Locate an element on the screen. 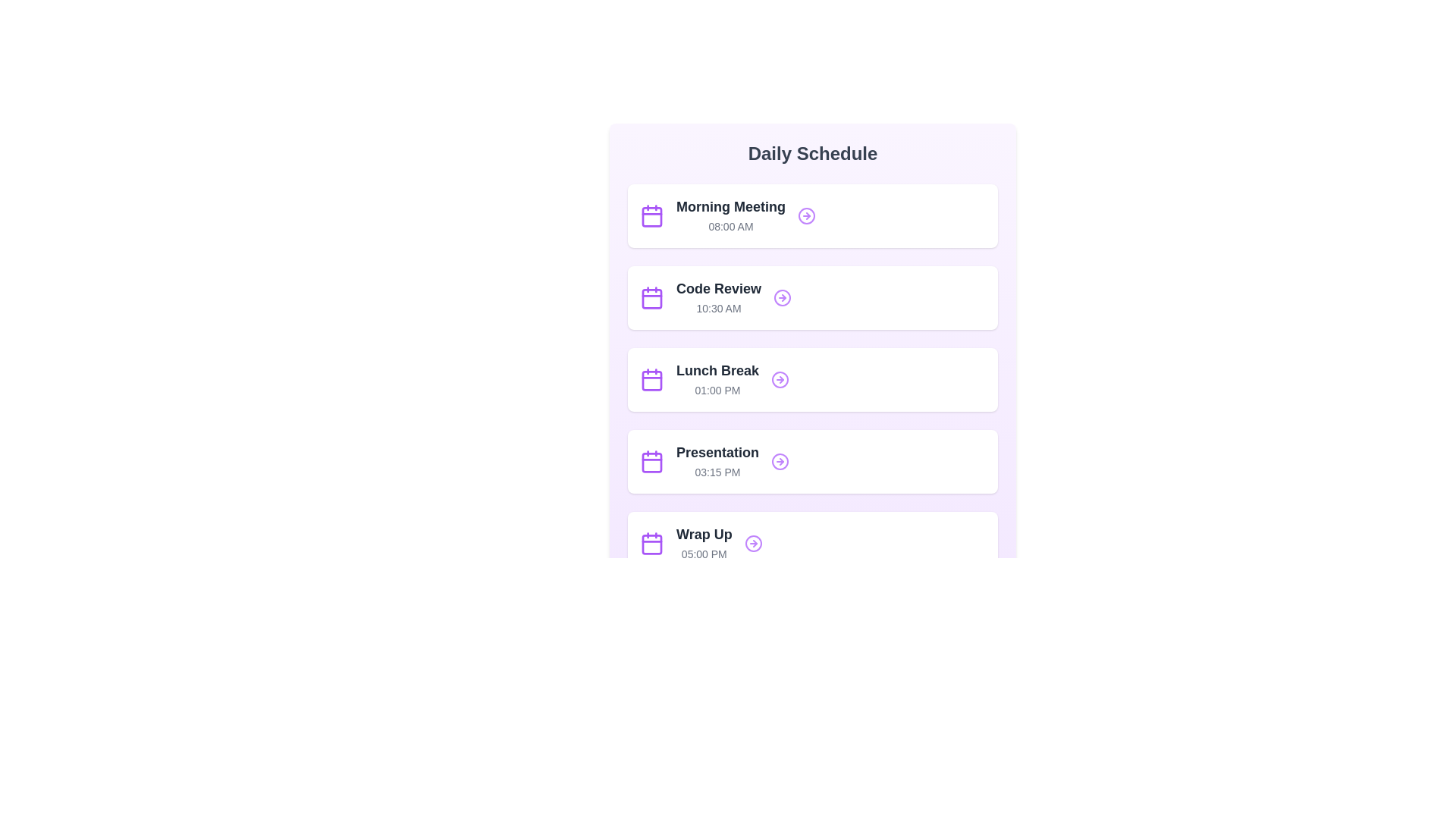 This screenshot has height=819, width=1456. the 'Code Review' card in the Daily Schedule to associate it with its time slot is located at coordinates (811, 298).